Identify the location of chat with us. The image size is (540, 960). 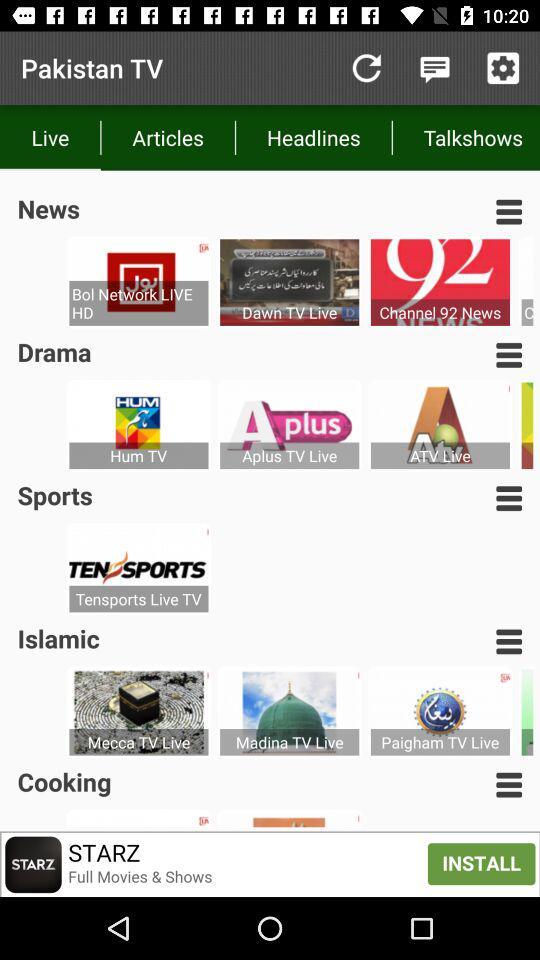
(434, 68).